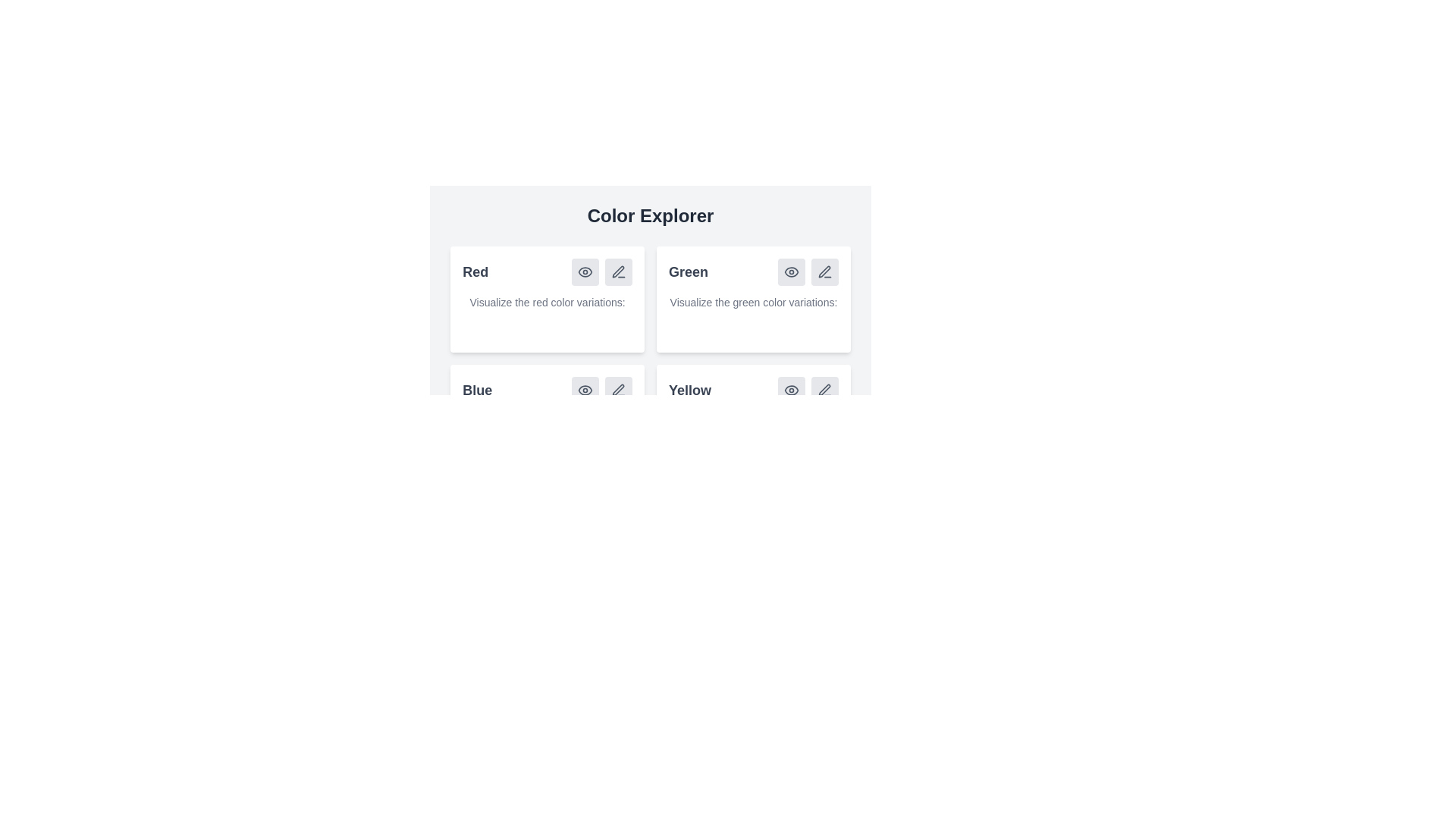  I want to click on the button with an eye icon, which is located to the right of the 'Yellow' color section in the 'Color Explorer' interface, so click(790, 390).